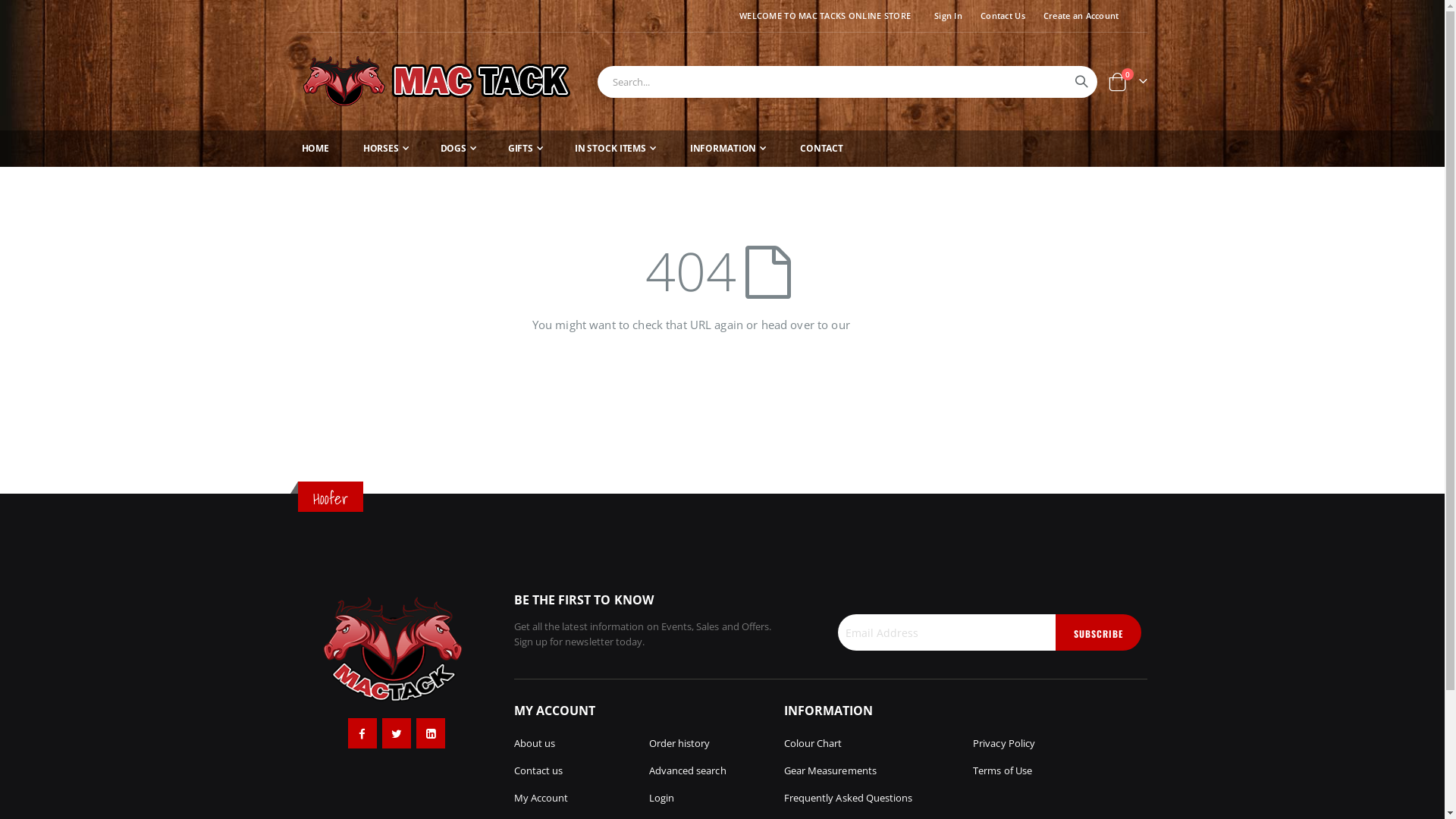 This screenshot has width=1456, height=819. What do you see at coordinates (847, 797) in the screenshot?
I see `'Frequently Asked Questions'` at bounding box center [847, 797].